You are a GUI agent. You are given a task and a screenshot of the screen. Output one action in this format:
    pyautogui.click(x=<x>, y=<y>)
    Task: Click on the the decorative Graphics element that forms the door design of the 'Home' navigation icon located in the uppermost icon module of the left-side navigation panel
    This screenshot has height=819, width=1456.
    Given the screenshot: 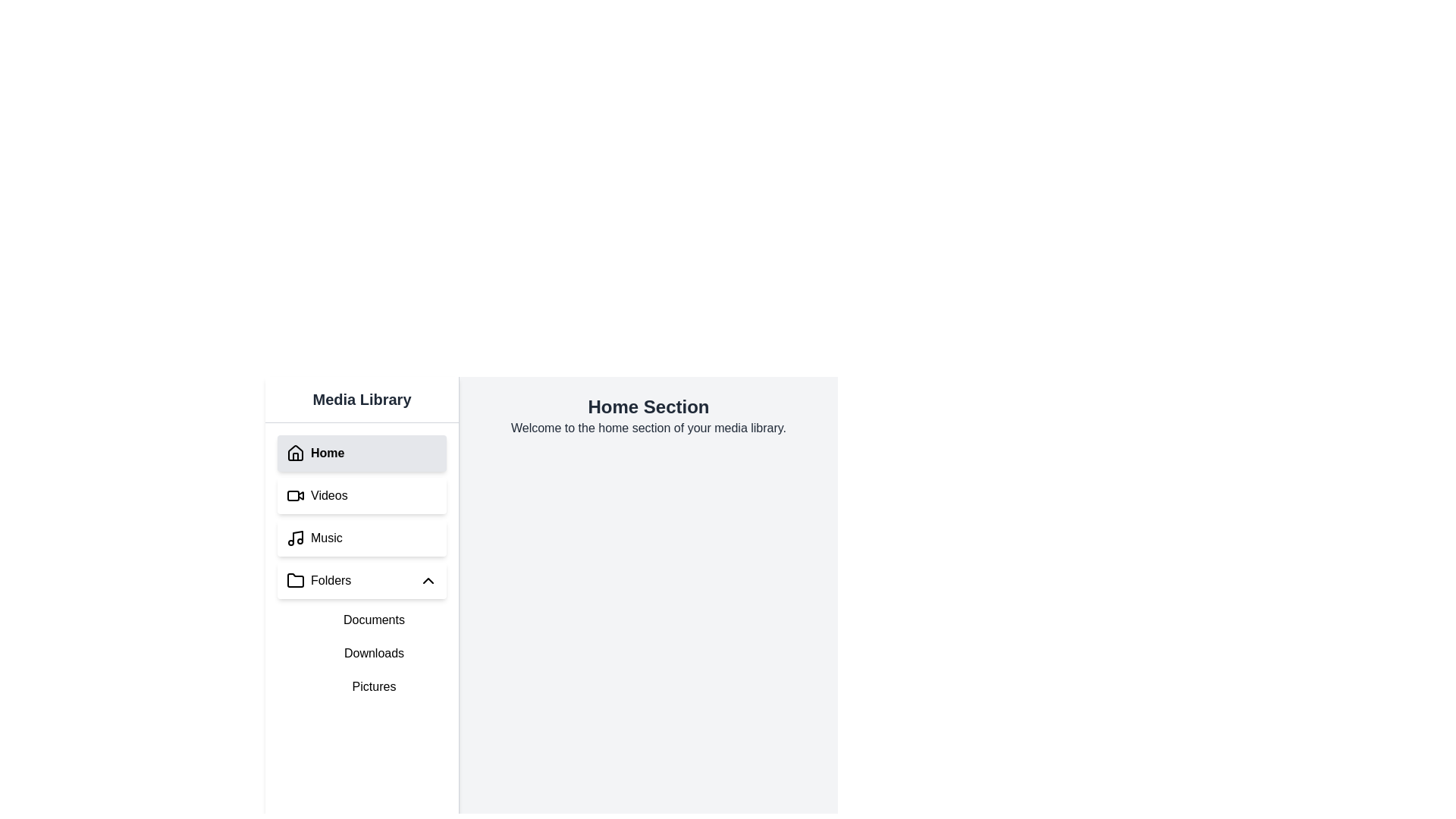 What is the action you would take?
    pyautogui.click(x=295, y=456)
    